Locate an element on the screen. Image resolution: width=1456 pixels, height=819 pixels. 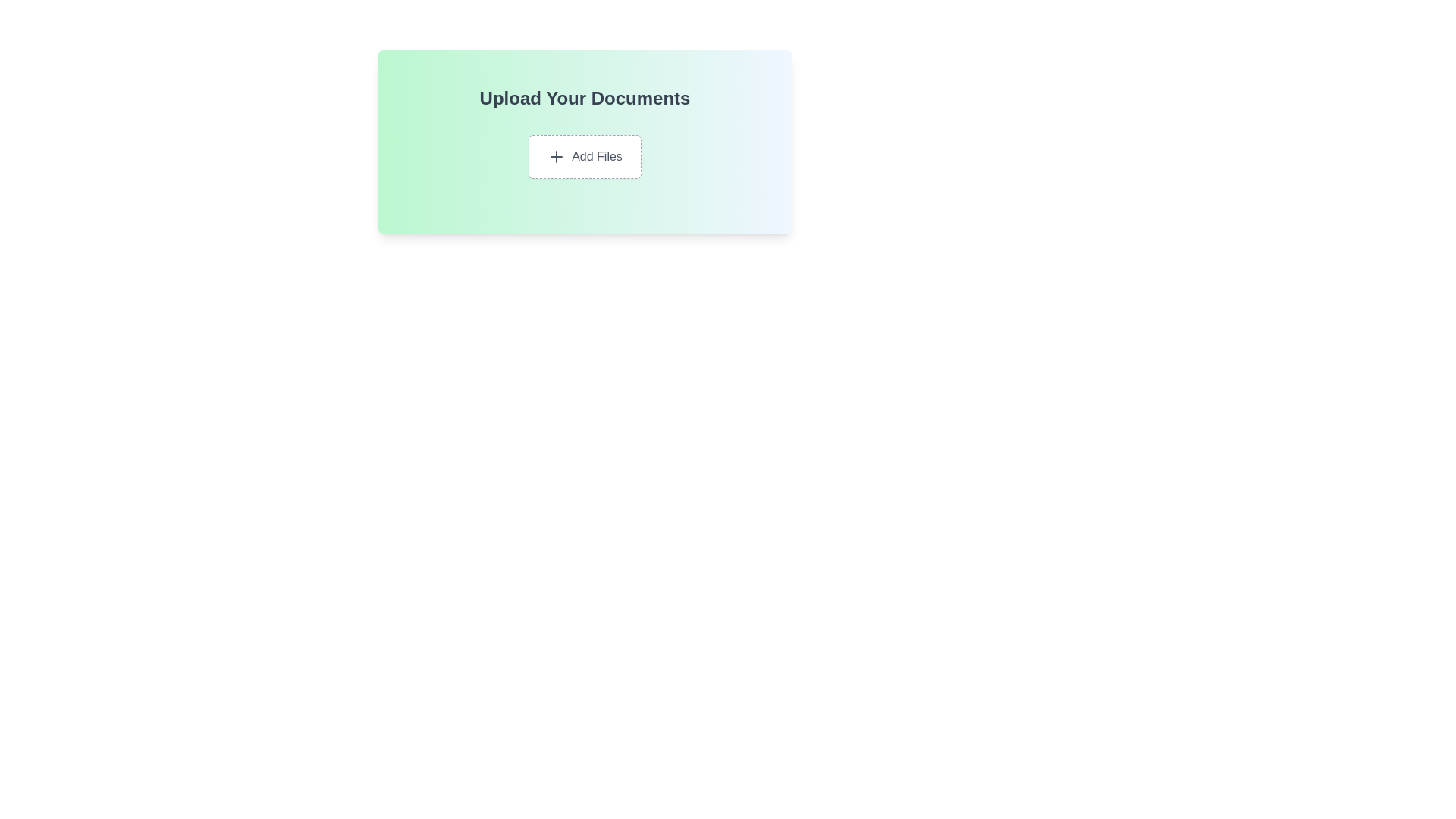
the 'Add Files' button, which is located centrally within a composite UI component that features a gradient background and the header text 'Upload Your Documents' is located at coordinates (584, 178).